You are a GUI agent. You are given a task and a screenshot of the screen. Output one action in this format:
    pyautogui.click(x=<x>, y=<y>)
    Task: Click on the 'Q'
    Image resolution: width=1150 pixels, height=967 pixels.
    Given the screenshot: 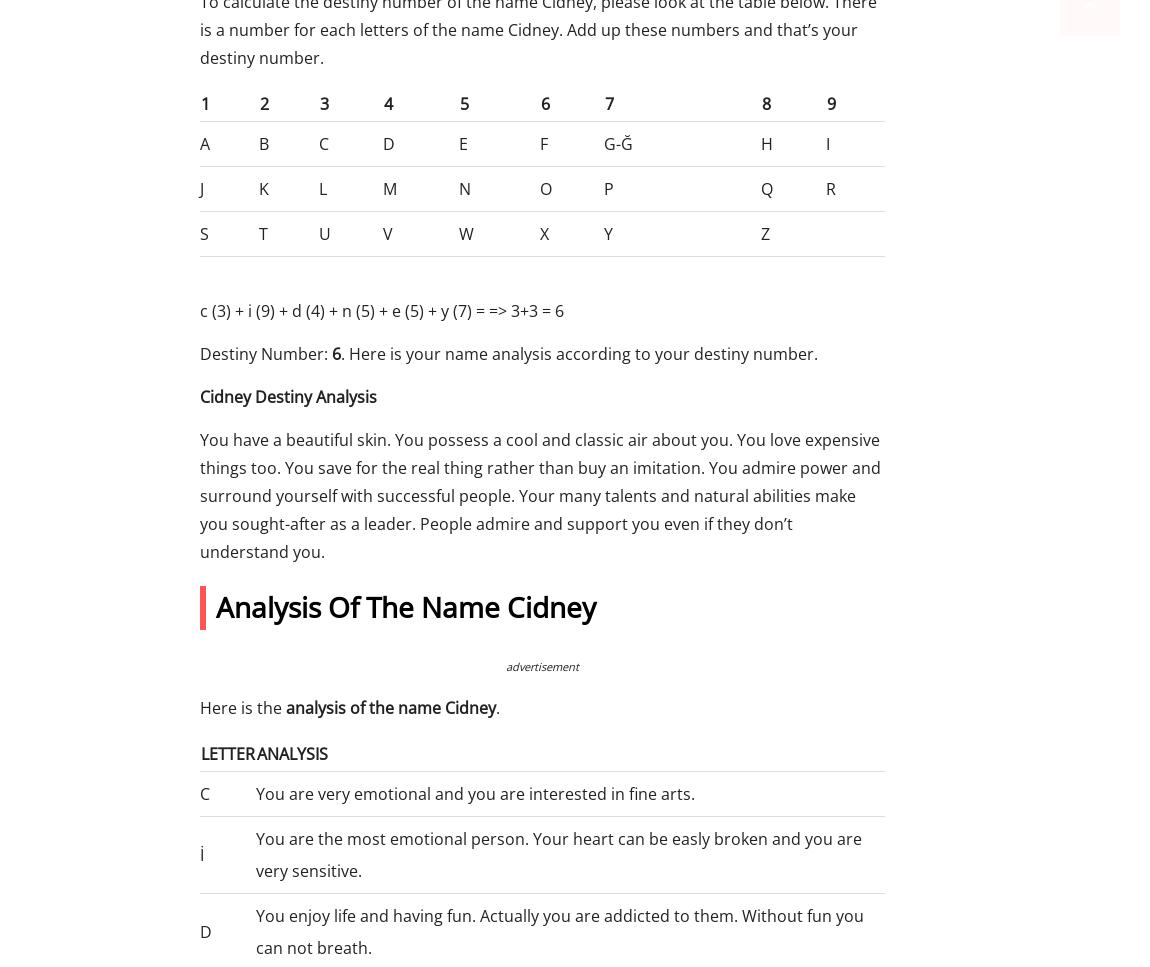 What is the action you would take?
    pyautogui.click(x=765, y=187)
    